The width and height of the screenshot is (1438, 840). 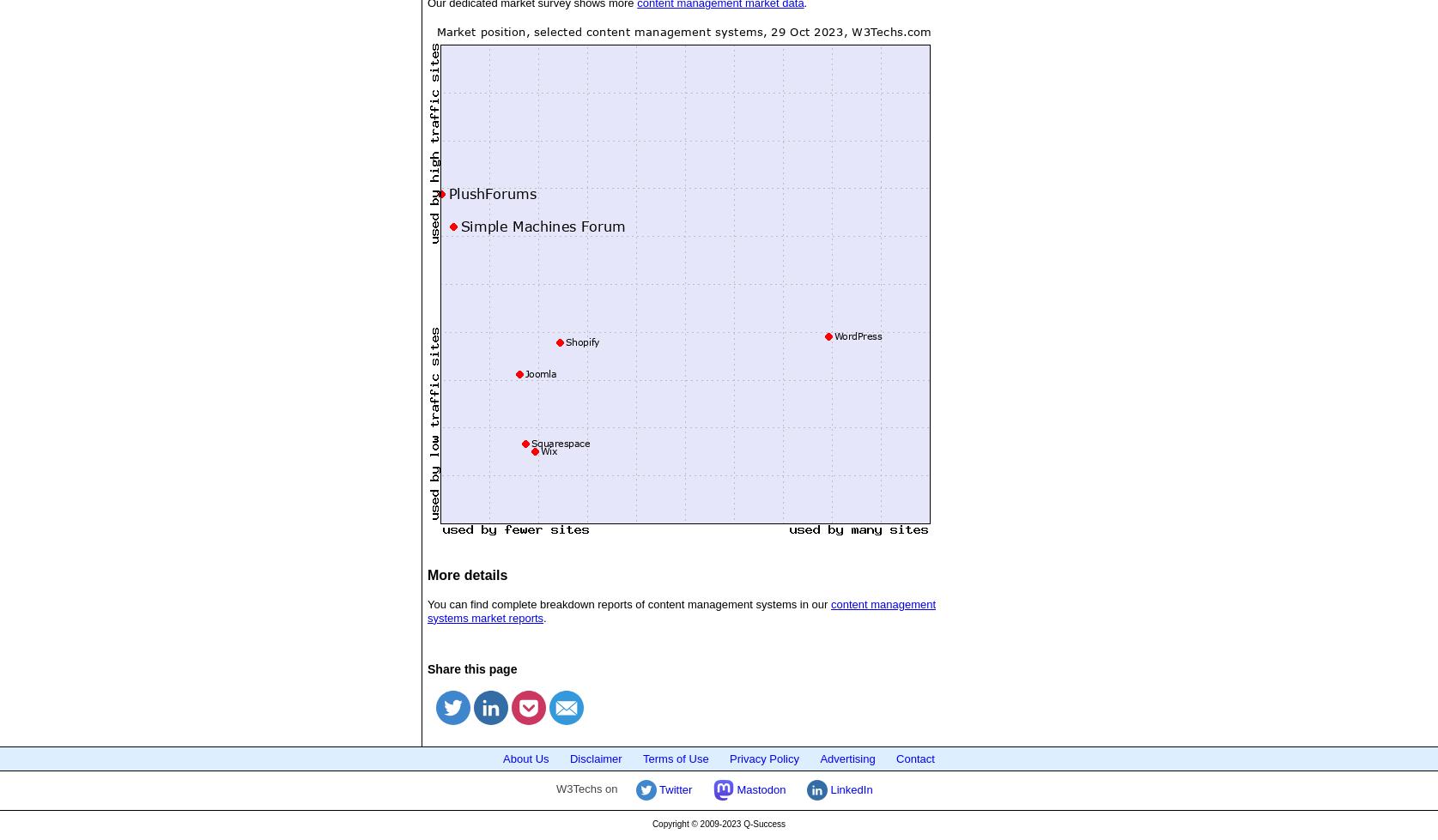 What do you see at coordinates (676, 757) in the screenshot?
I see `'Terms of Use'` at bounding box center [676, 757].